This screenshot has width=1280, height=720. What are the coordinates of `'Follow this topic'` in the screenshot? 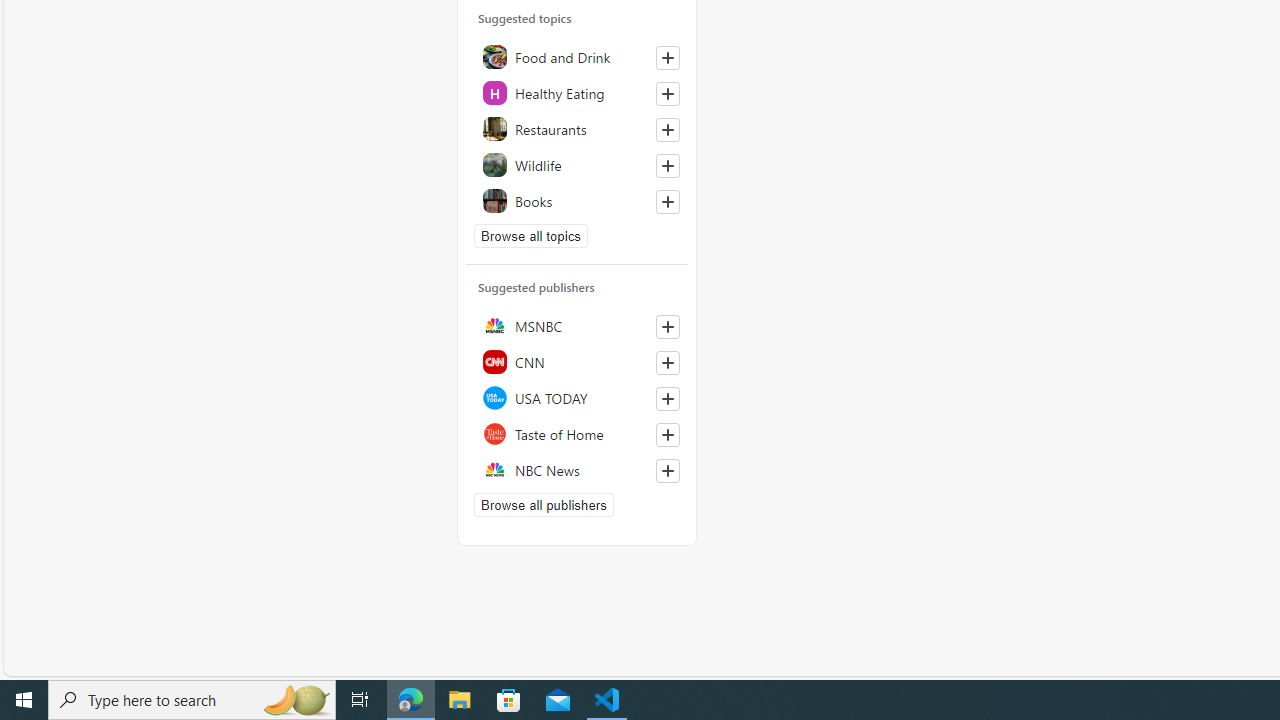 It's located at (667, 201).